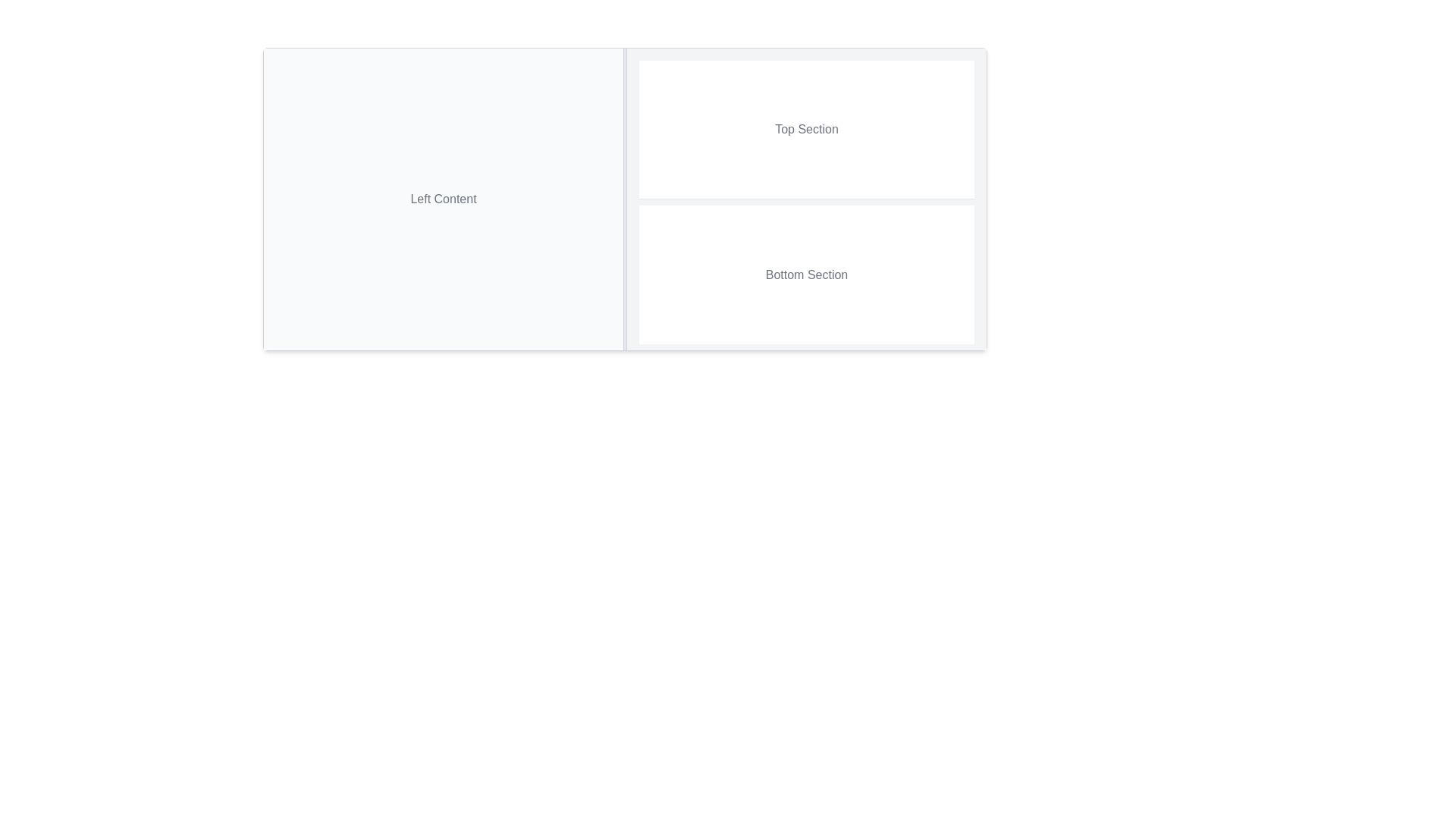  What do you see at coordinates (625, 198) in the screenshot?
I see `the vertical divider` at bounding box center [625, 198].